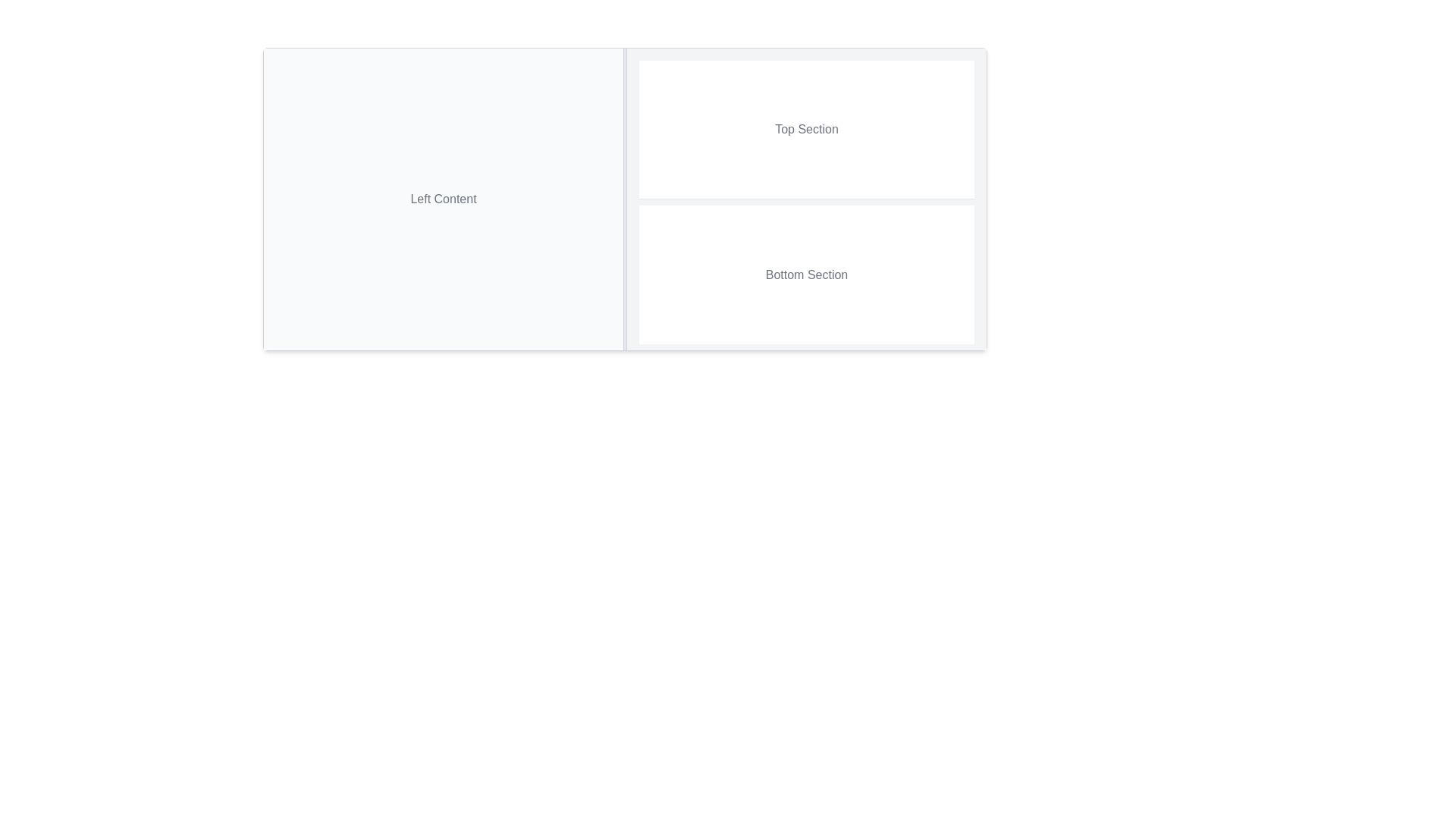  What do you see at coordinates (625, 198) in the screenshot?
I see `the vertical divider` at bounding box center [625, 198].